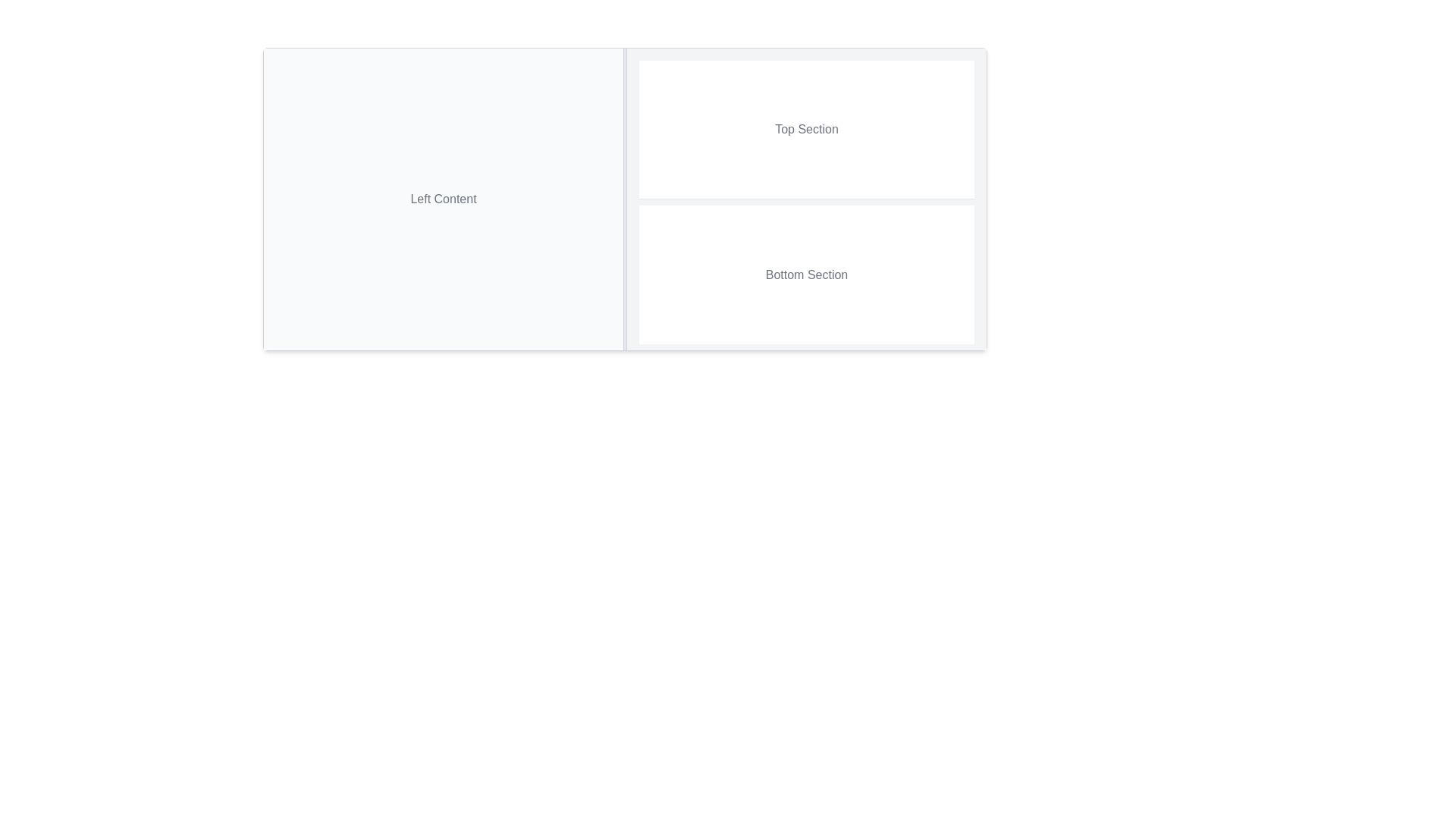  What do you see at coordinates (625, 198) in the screenshot?
I see `the vertical divider` at bounding box center [625, 198].